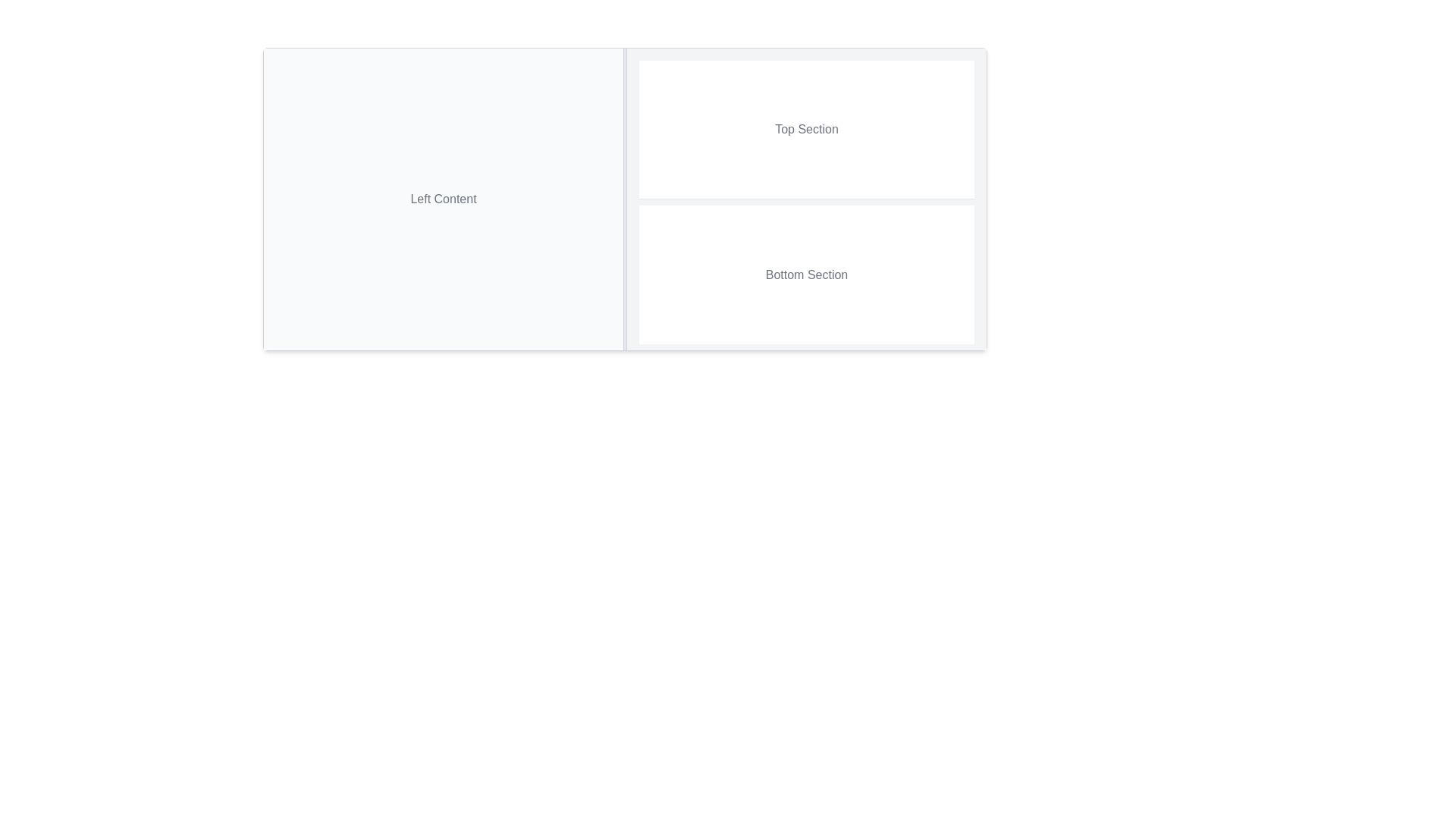  What do you see at coordinates (625, 198) in the screenshot?
I see `the vertical divider` at bounding box center [625, 198].